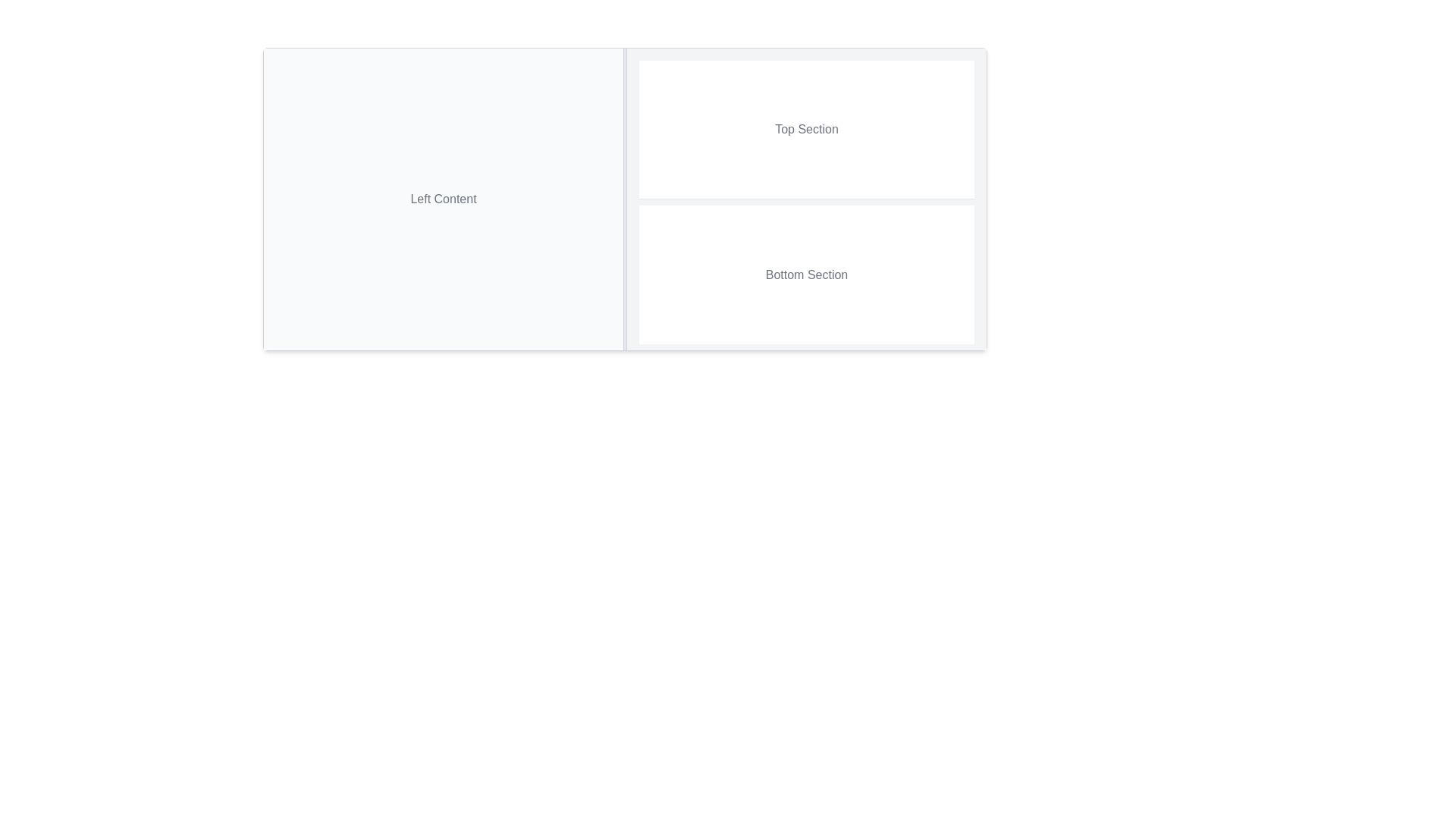  What do you see at coordinates (625, 198) in the screenshot?
I see `the vertical divider` at bounding box center [625, 198].